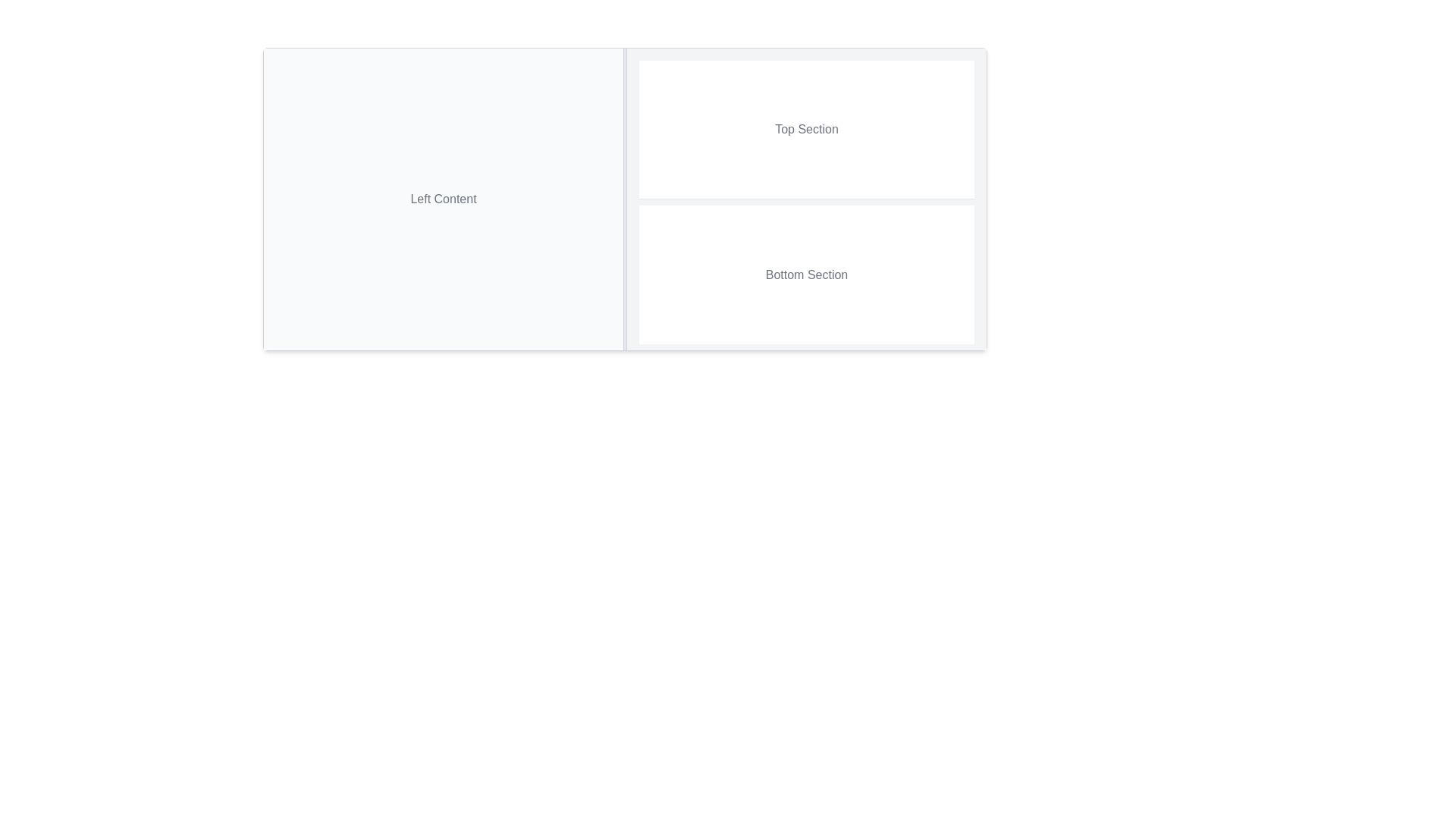  What do you see at coordinates (625, 198) in the screenshot?
I see `the vertical divider` at bounding box center [625, 198].